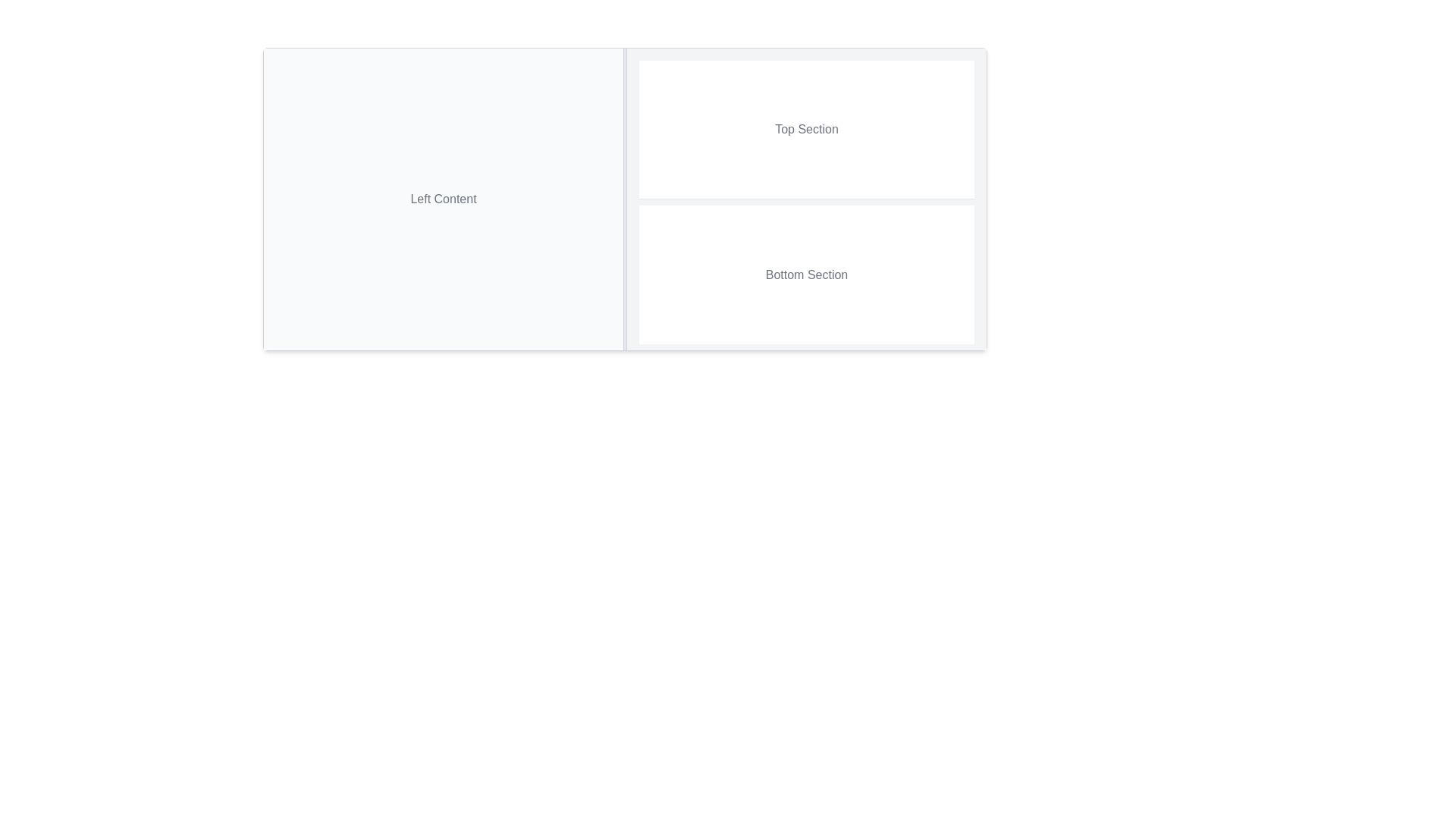  What do you see at coordinates (625, 198) in the screenshot?
I see `the vertical divider` at bounding box center [625, 198].